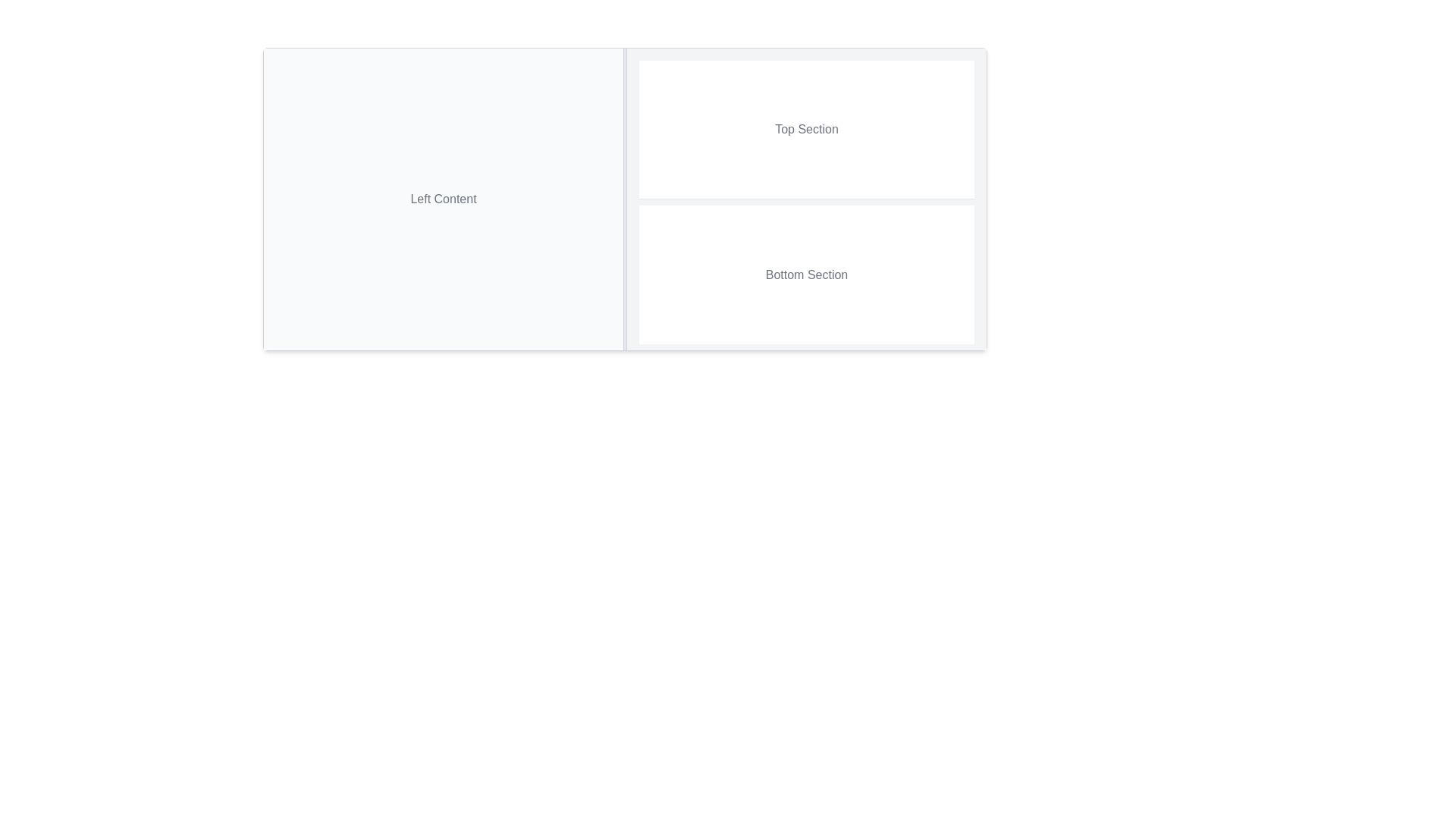  What do you see at coordinates (625, 198) in the screenshot?
I see `the vertical divider` at bounding box center [625, 198].